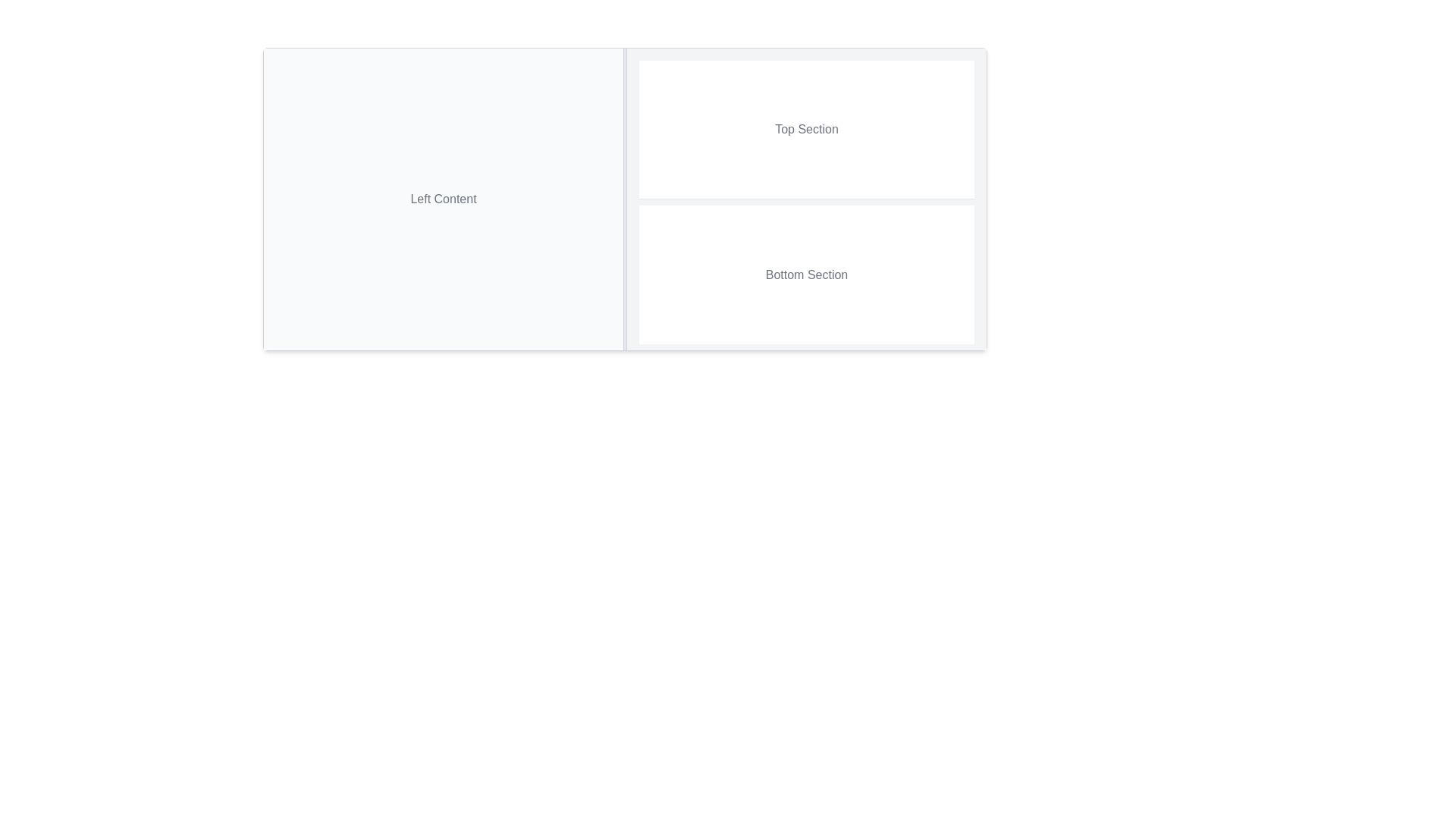  What do you see at coordinates (625, 198) in the screenshot?
I see `the vertical divider` at bounding box center [625, 198].